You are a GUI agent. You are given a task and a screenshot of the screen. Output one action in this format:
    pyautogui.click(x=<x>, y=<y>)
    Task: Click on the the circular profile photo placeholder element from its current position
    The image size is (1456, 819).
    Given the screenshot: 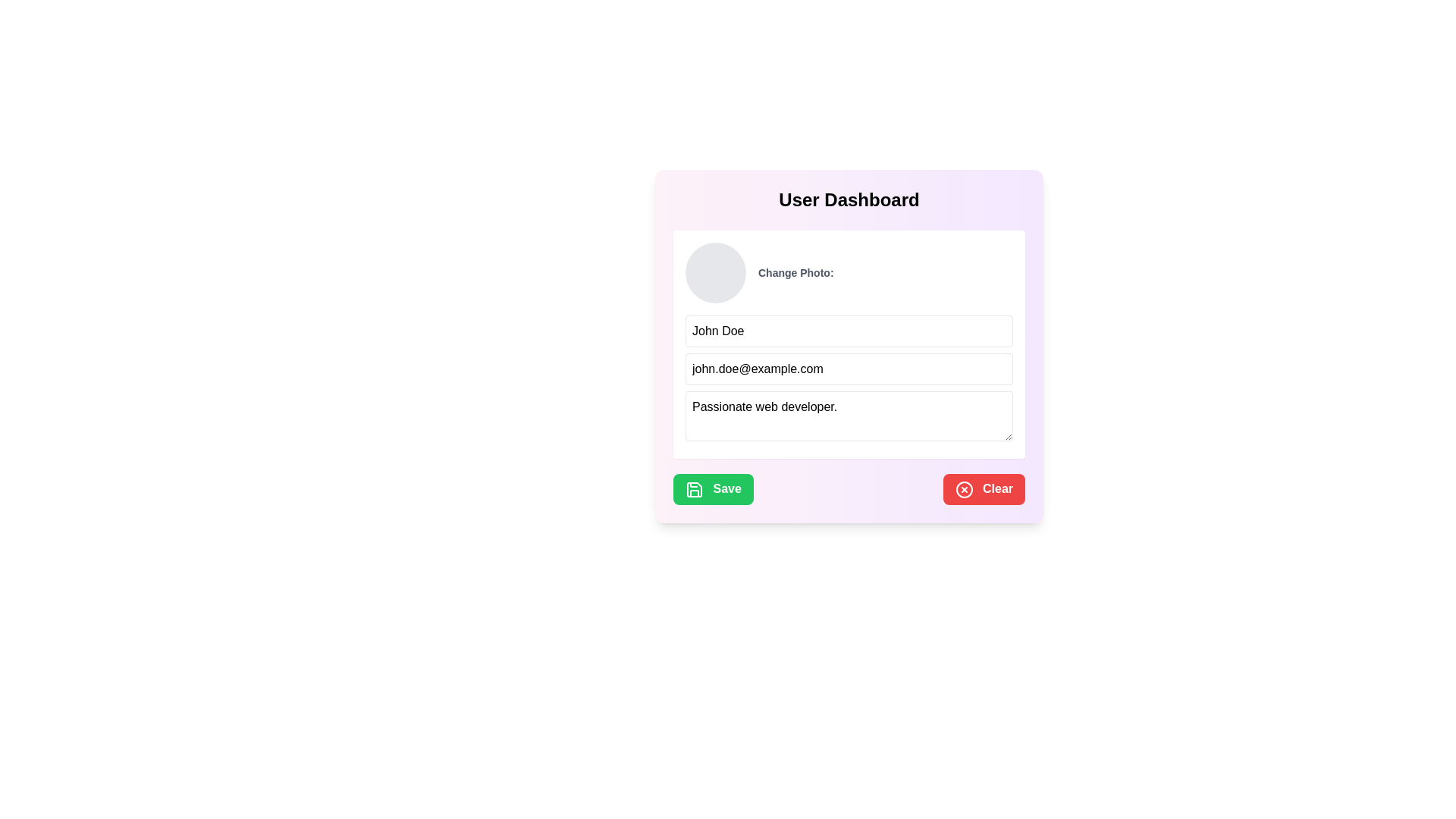 What is the action you would take?
    pyautogui.click(x=715, y=271)
    